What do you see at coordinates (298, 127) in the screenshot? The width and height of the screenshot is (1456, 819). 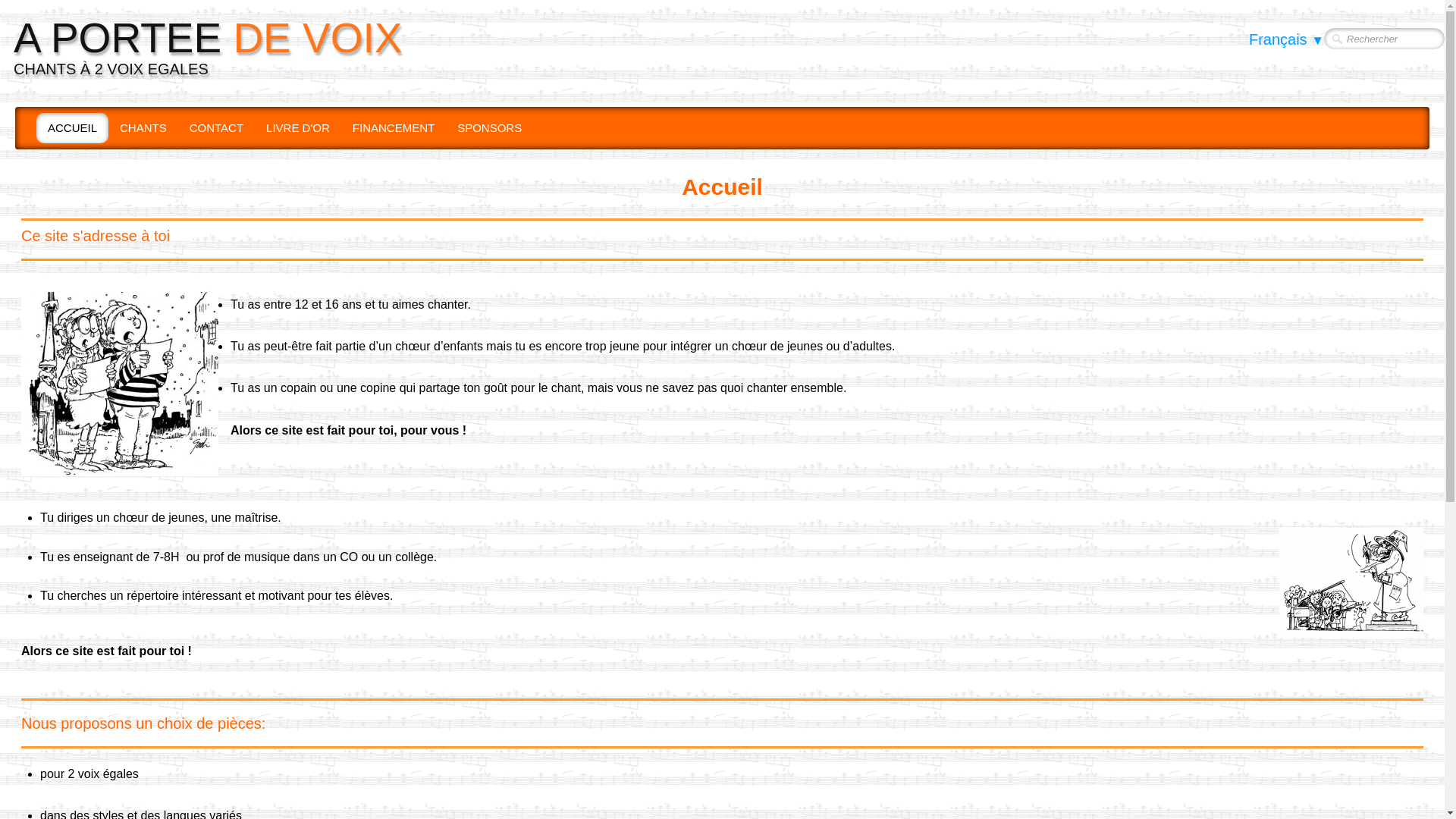 I see `'LIVRE D'OR'` at bounding box center [298, 127].